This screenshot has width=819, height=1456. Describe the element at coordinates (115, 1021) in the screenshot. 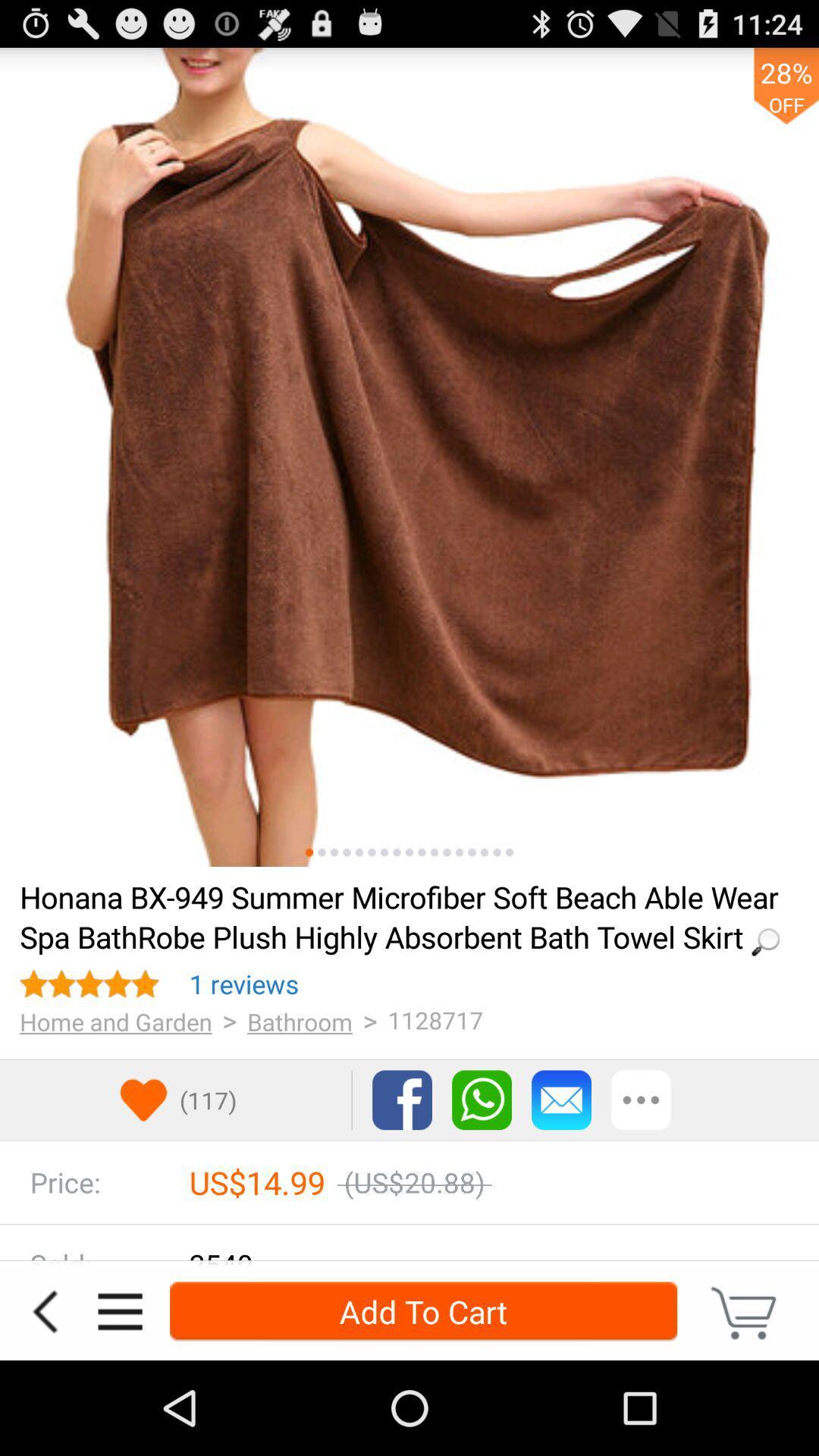

I see `the home and garden icon` at that location.